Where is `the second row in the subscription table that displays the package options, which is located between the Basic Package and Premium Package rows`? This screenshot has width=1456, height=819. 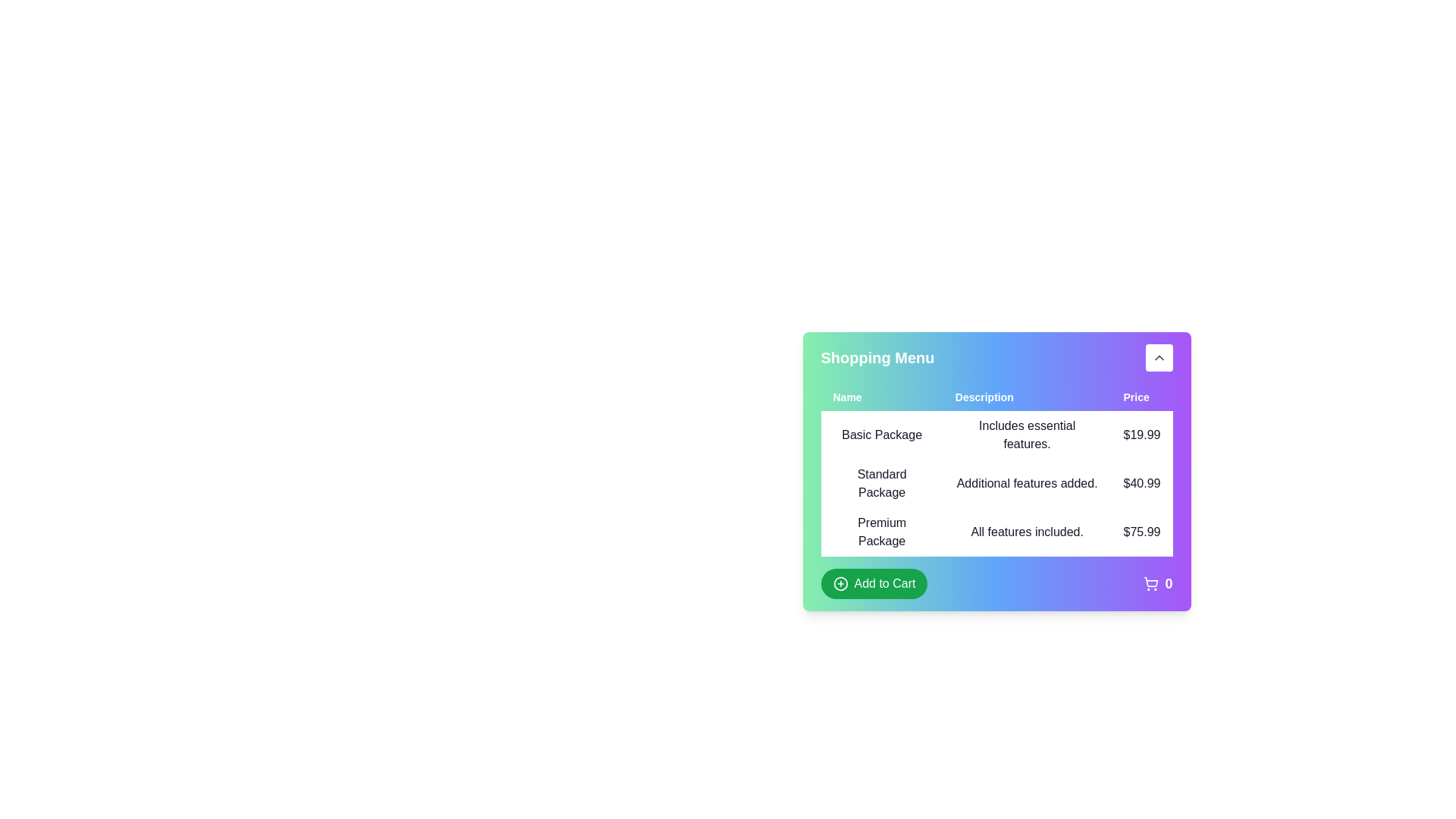 the second row in the subscription table that displays the package options, which is located between the Basic Package and Premium Package rows is located at coordinates (996, 483).